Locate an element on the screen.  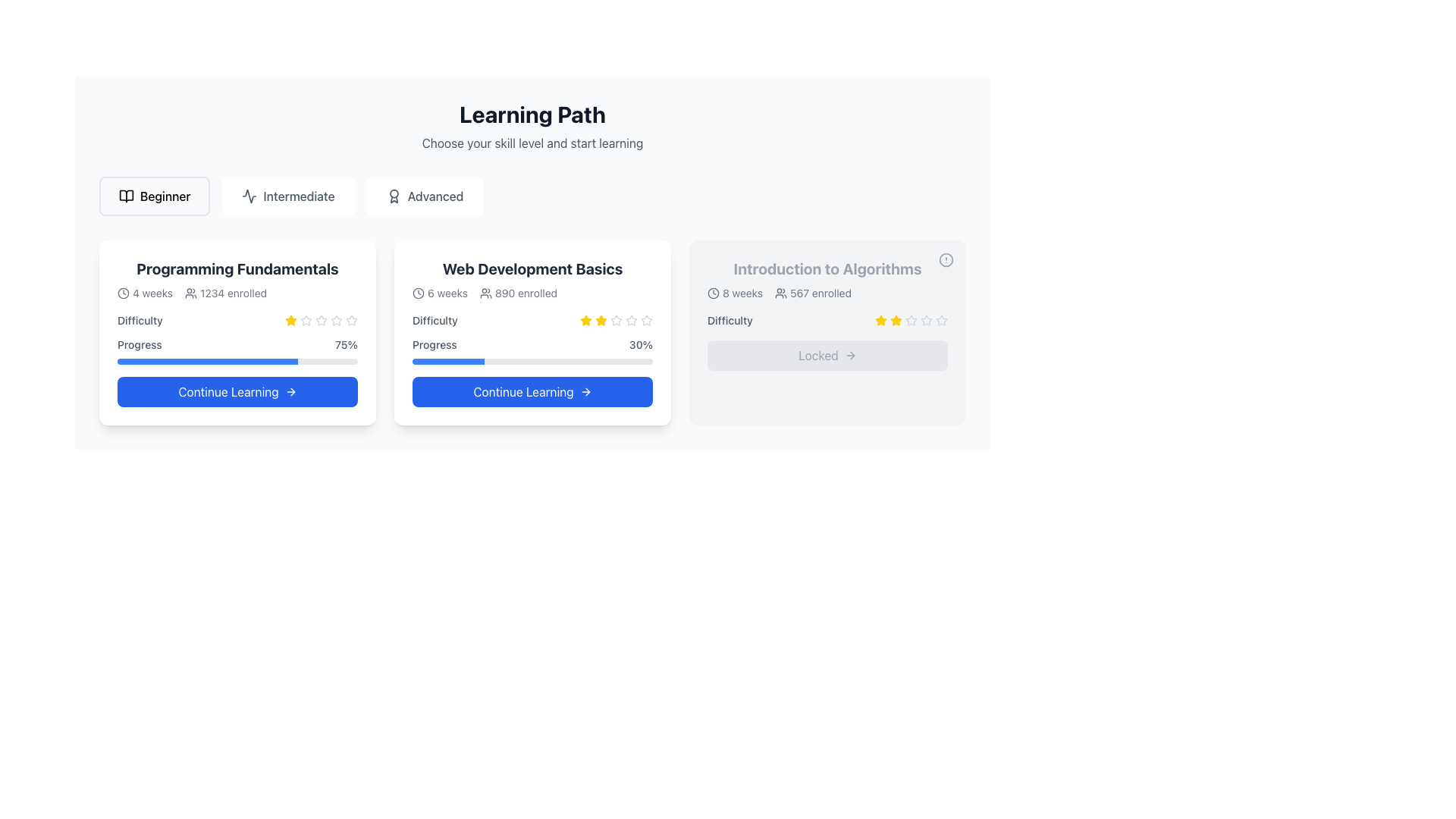
the star ratings in the 'Programming Fundamentals' card to check difficulty levels is located at coordinates (237, 332).